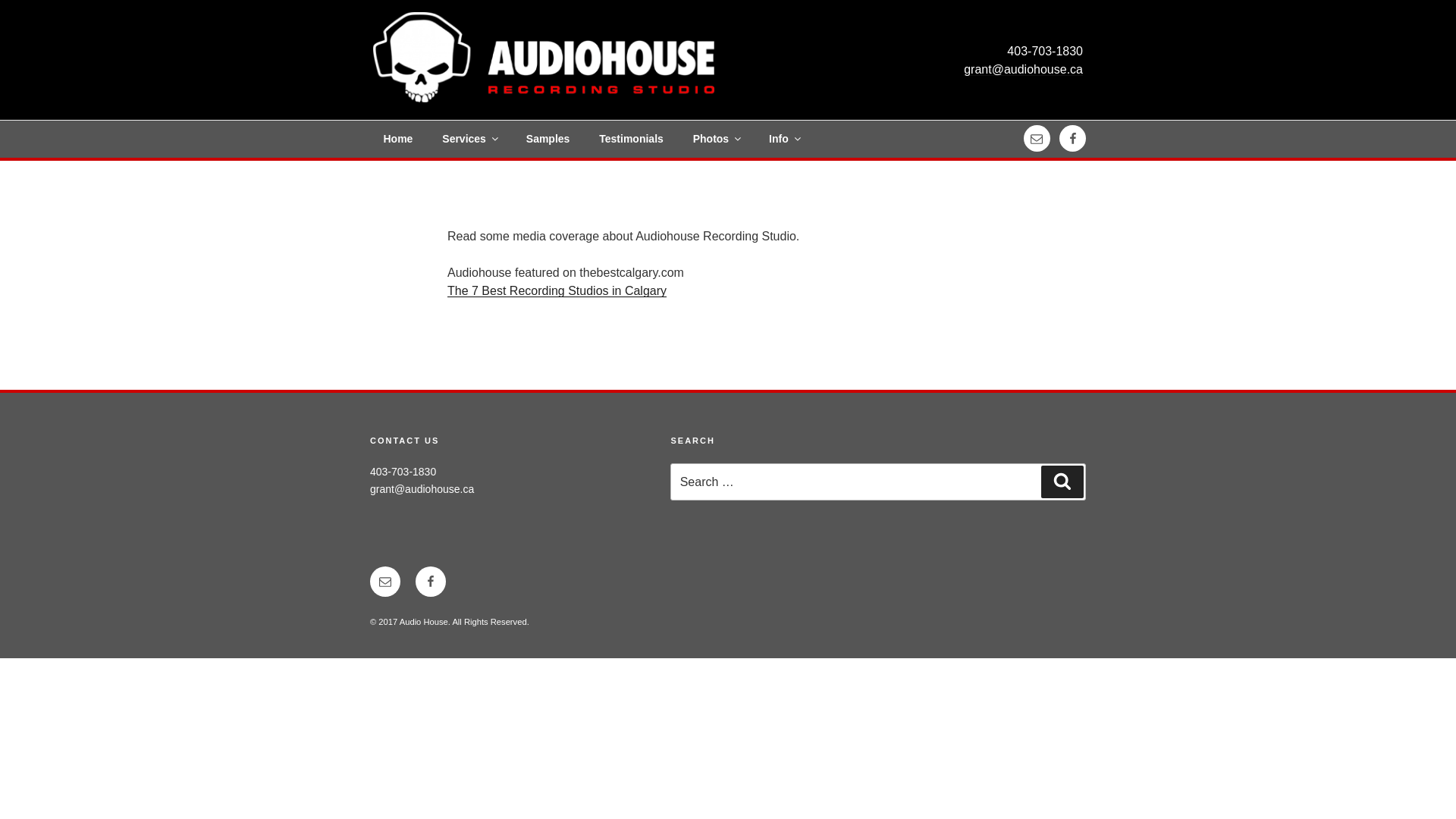 Image resolution: width=1456 pixels, height=819 pixels. Describe the element at coordinates (370, 139) in the screenshot. I see `'Home'` at that location.